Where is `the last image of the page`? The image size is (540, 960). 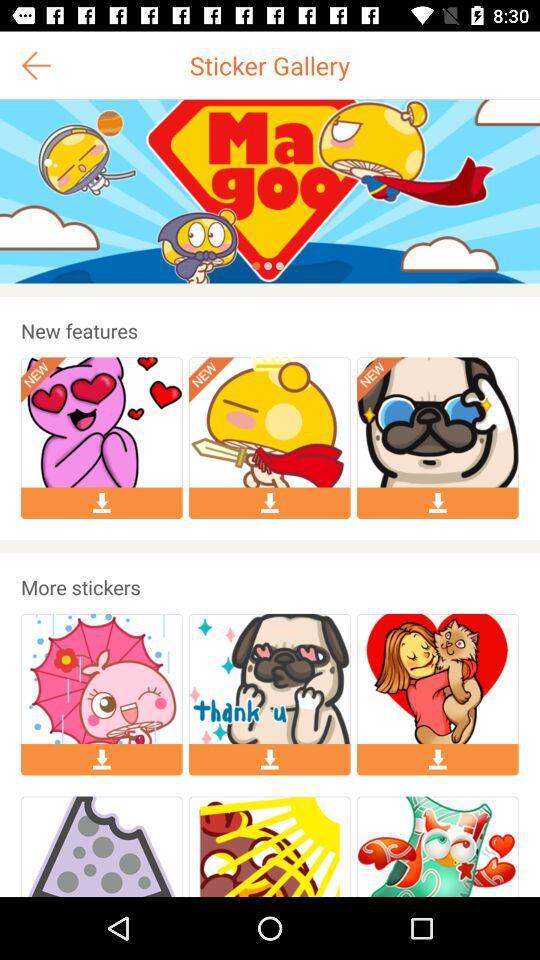 the last image of the page is located at coordinates (436, 846).